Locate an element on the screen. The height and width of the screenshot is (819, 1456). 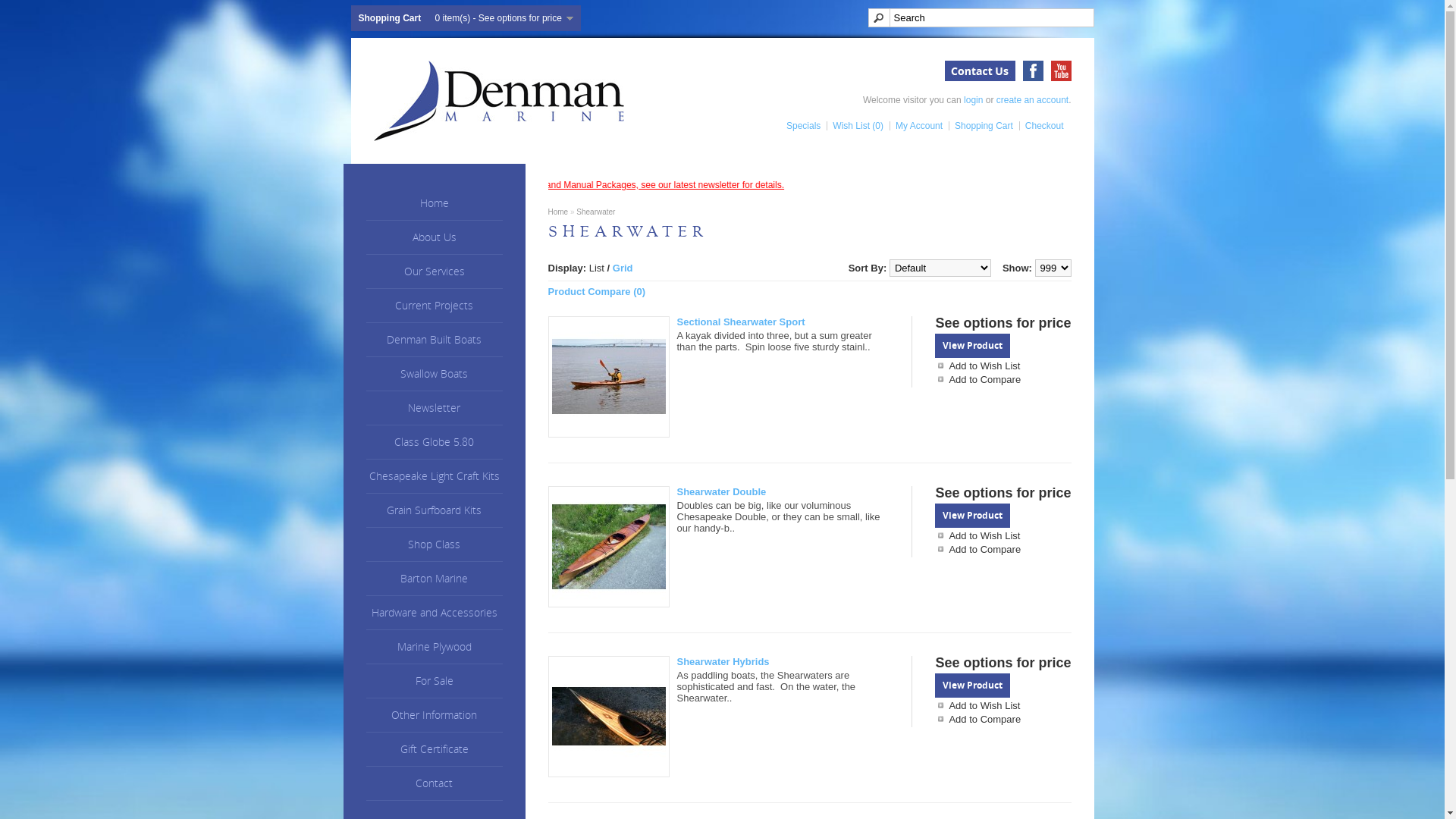
'Class Globe 5.80' is located at coordinates (432, 442).